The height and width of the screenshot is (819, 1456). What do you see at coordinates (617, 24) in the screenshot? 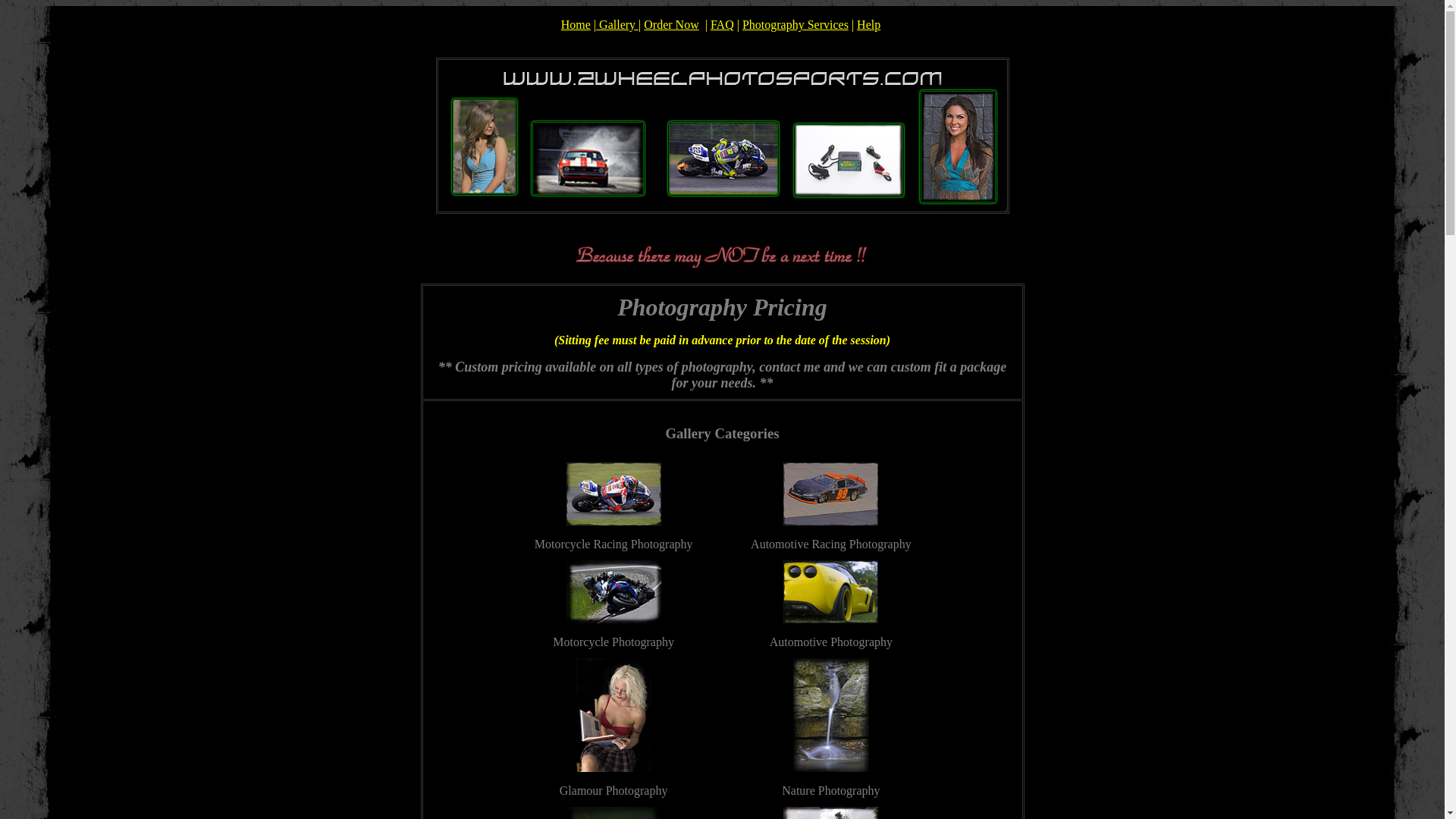
I see `'Gallery'` at bounding box center [617, 24].